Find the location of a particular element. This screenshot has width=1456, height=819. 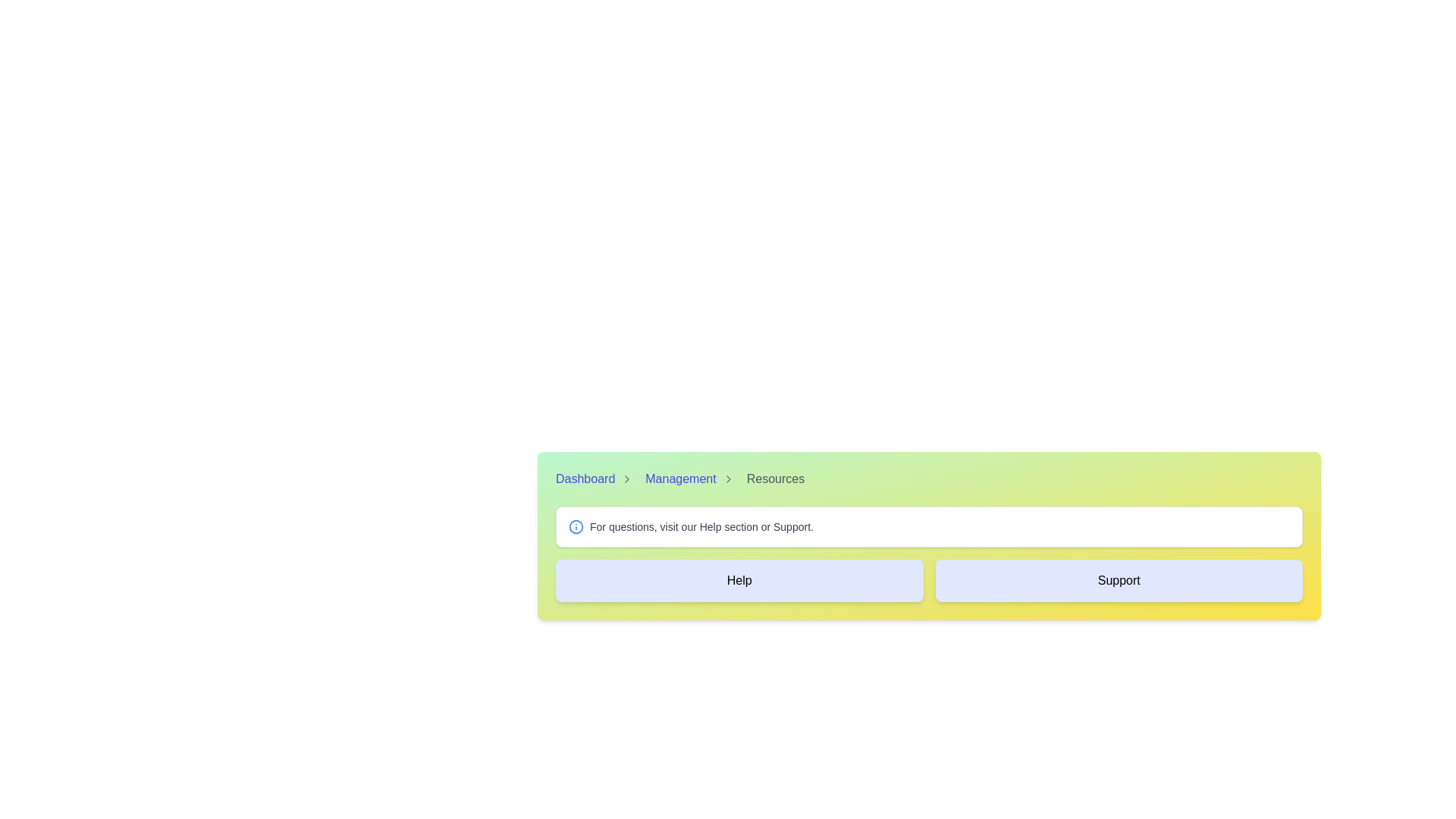

the Breadcrumb navigation links is located at coordinates (928, 479).